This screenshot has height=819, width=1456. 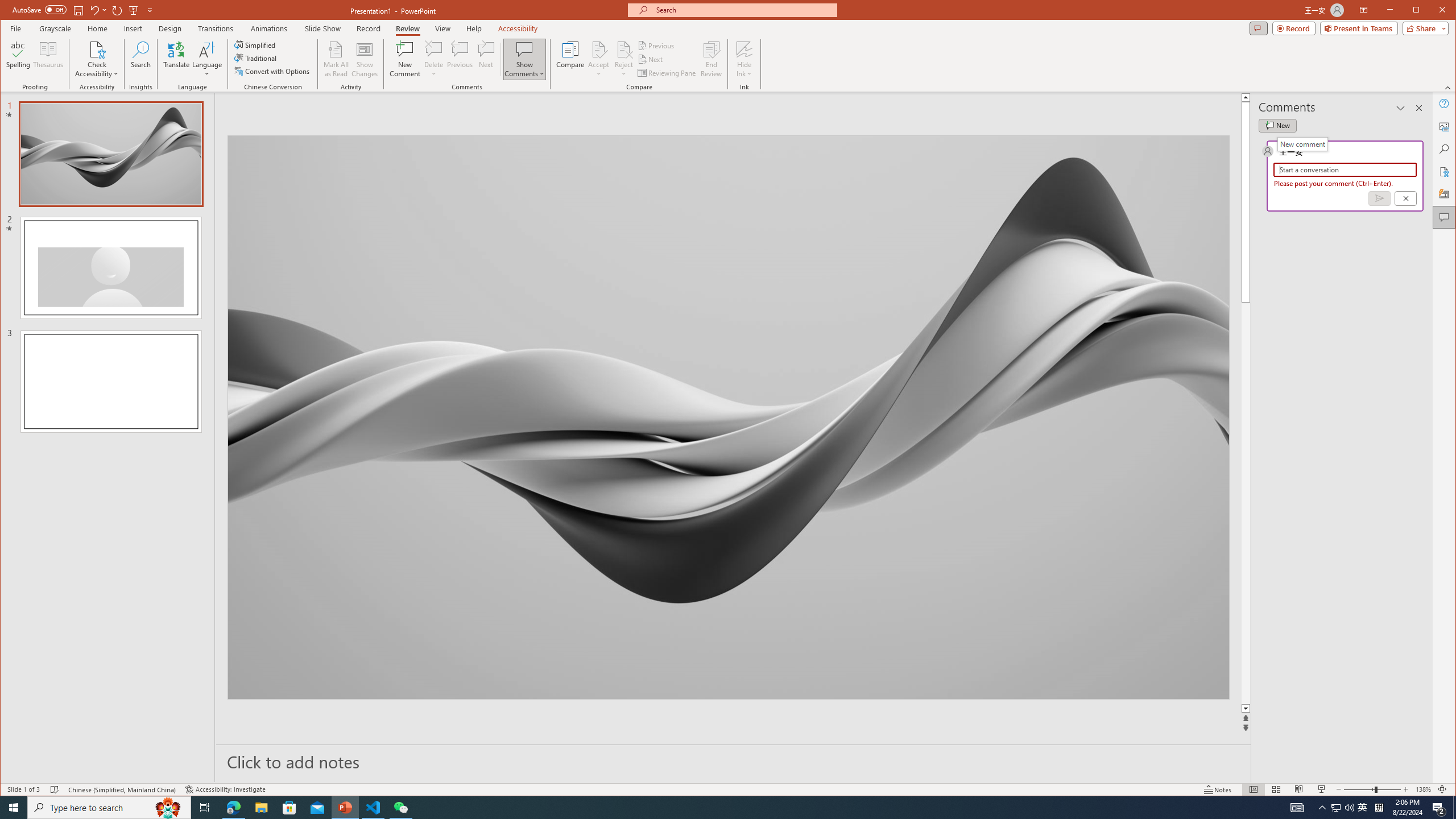 I want to click on 'Redo', so click(x=117, y=9).